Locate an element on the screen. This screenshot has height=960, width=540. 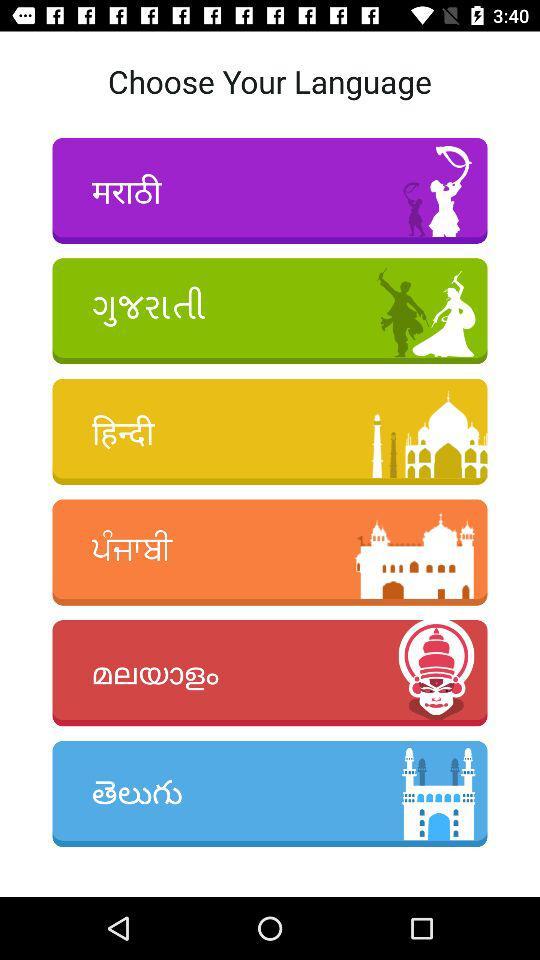
item below choose your language is located at coordinates (270, 190).